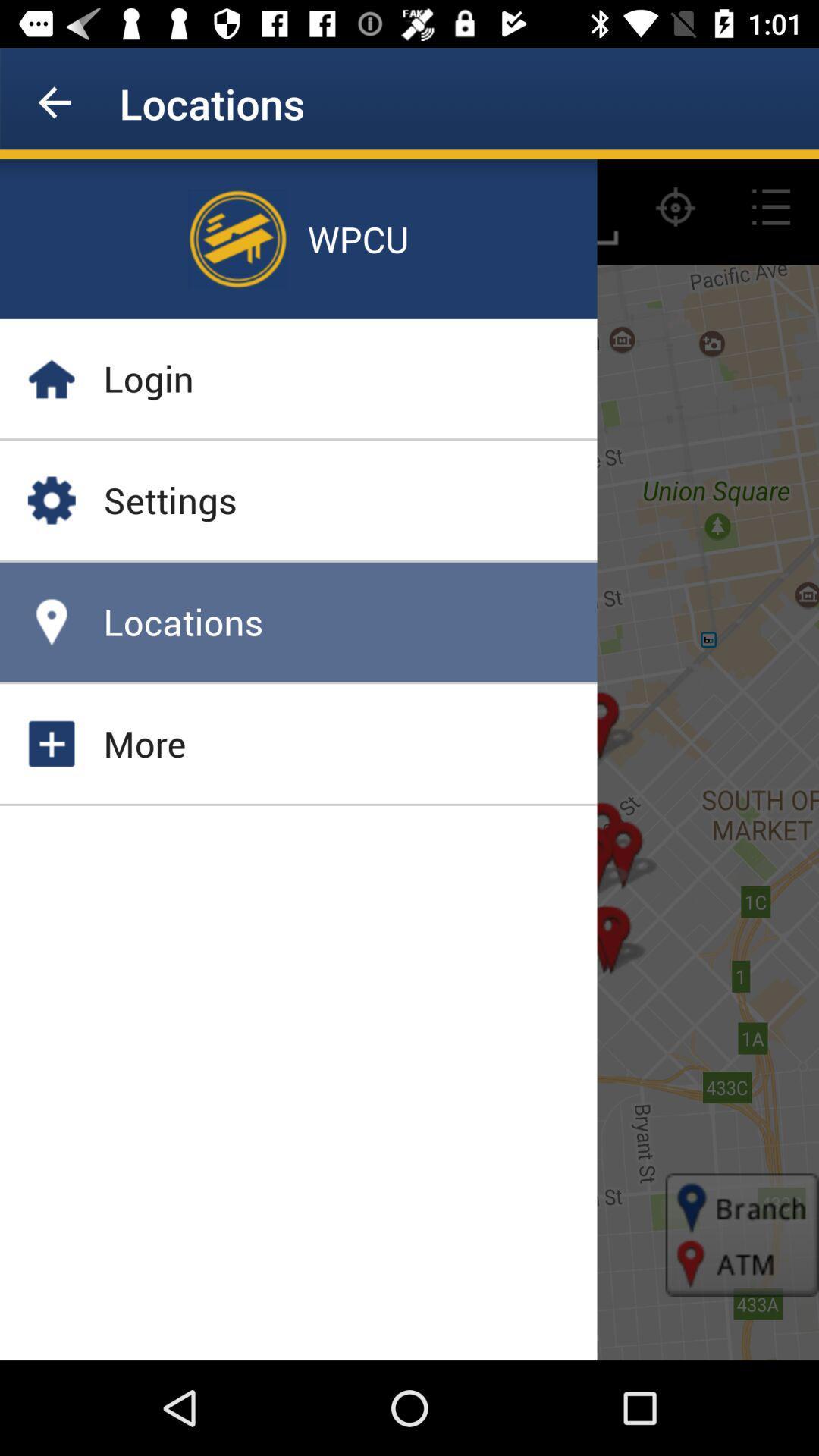  What do you see at coordinates (771, 206) in the screenshot?
I see `the list icon` at bounding box center [771, 206].